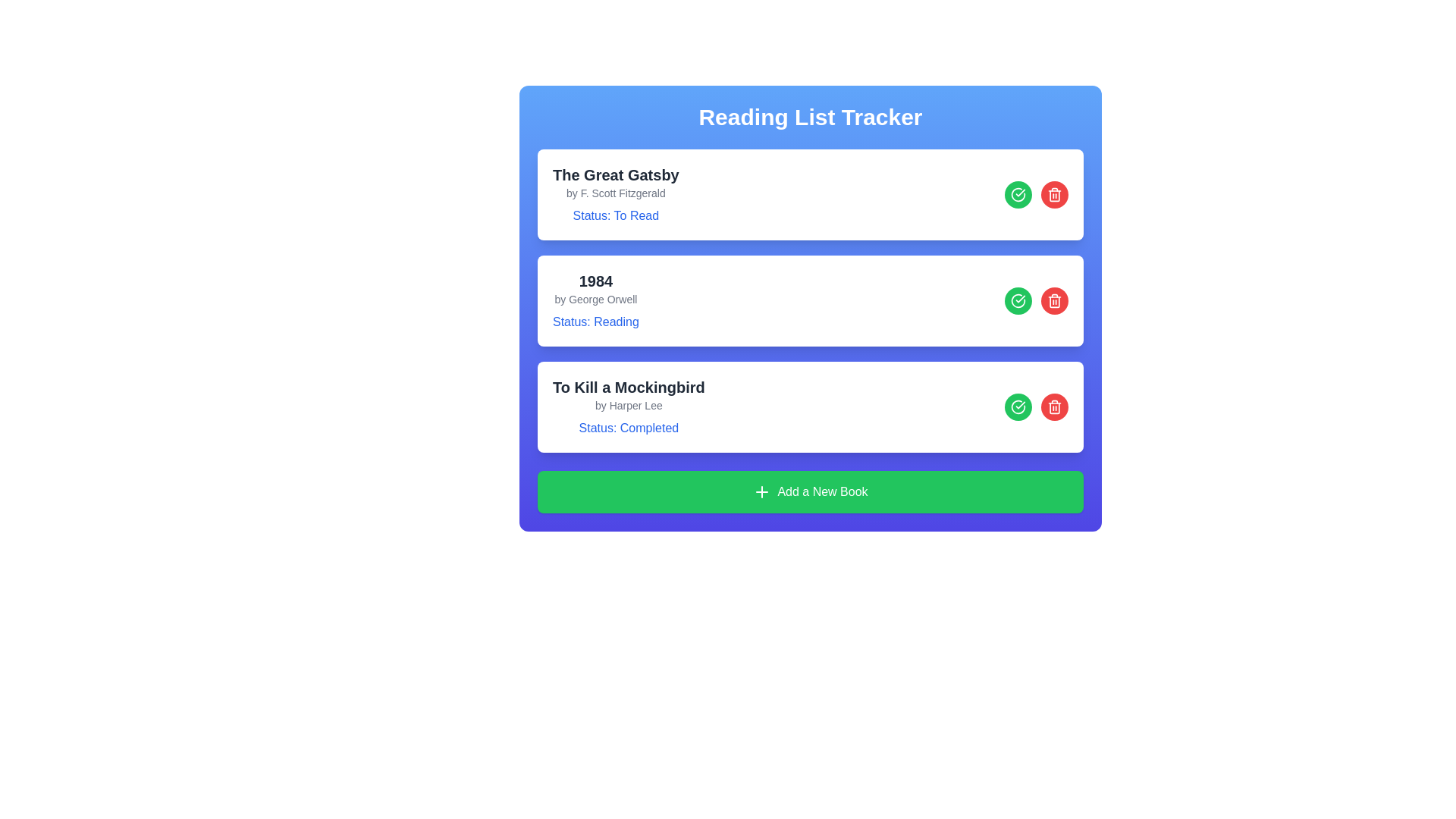  Describe the element at coordinates (595, 301) in the screenshot. I see `the reading status of the book entry displaying '1984' by George Orwell in the Reading List Tracker interface` at that location.